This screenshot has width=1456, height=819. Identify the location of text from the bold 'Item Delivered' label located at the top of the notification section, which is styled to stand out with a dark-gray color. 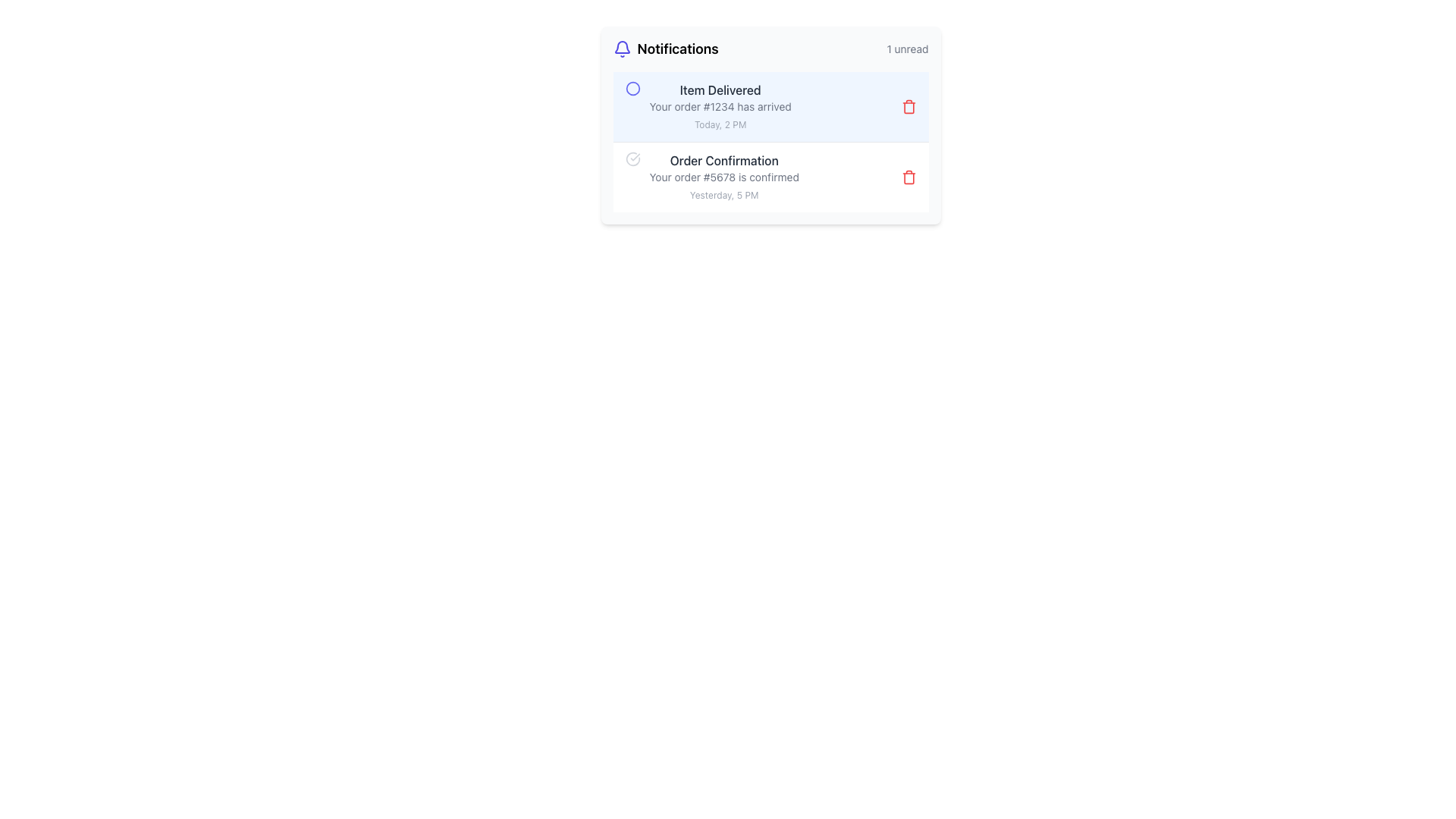
(720, 90).